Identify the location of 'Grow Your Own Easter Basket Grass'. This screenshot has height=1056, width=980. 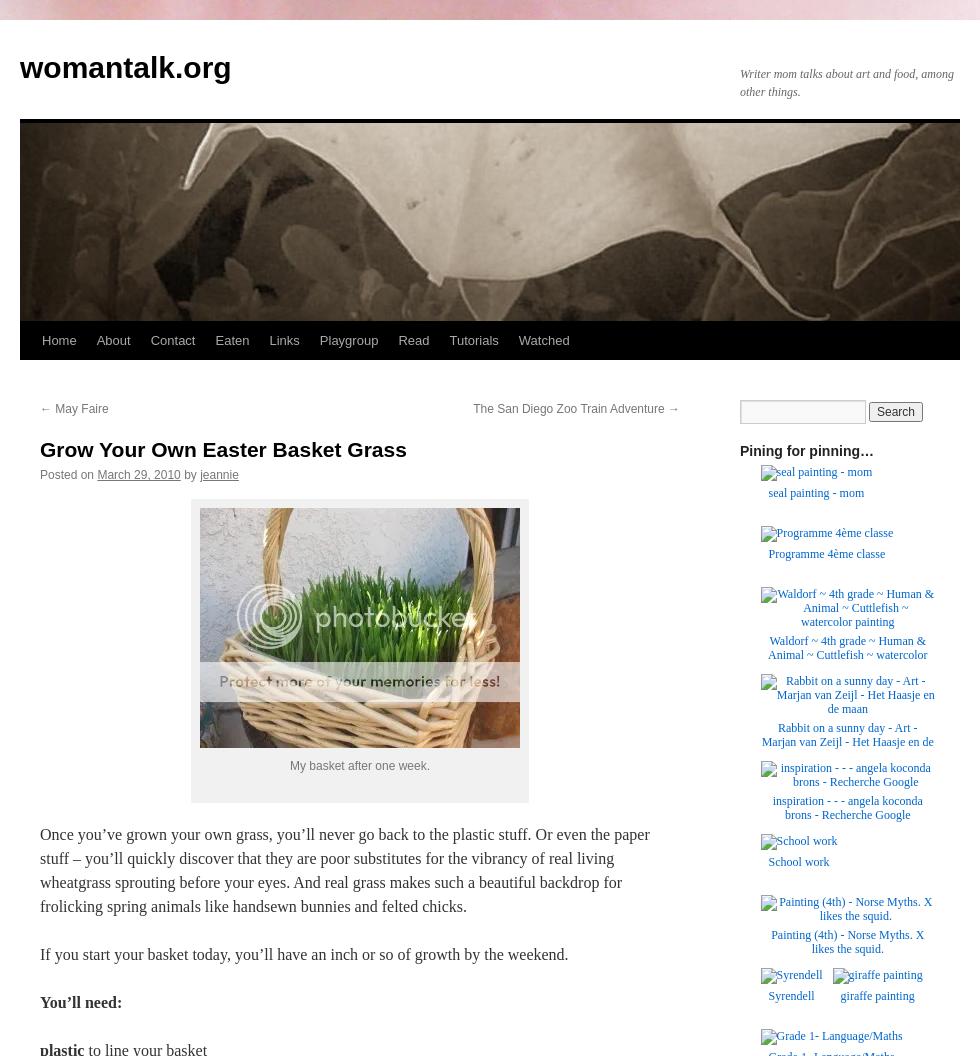
(223, 449).